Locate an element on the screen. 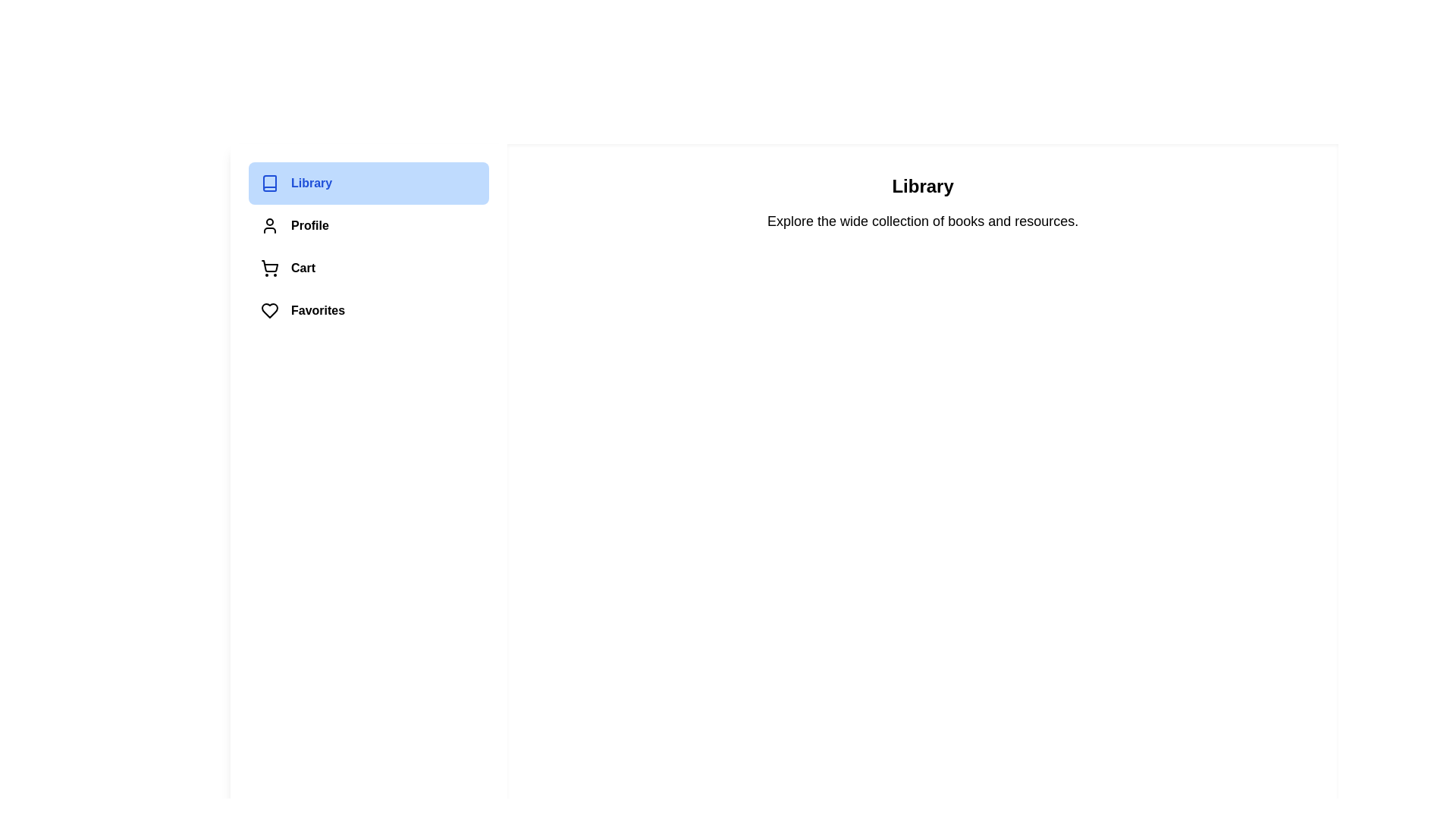  the menu tab Library to view its content is located at coordinates (368, 183).